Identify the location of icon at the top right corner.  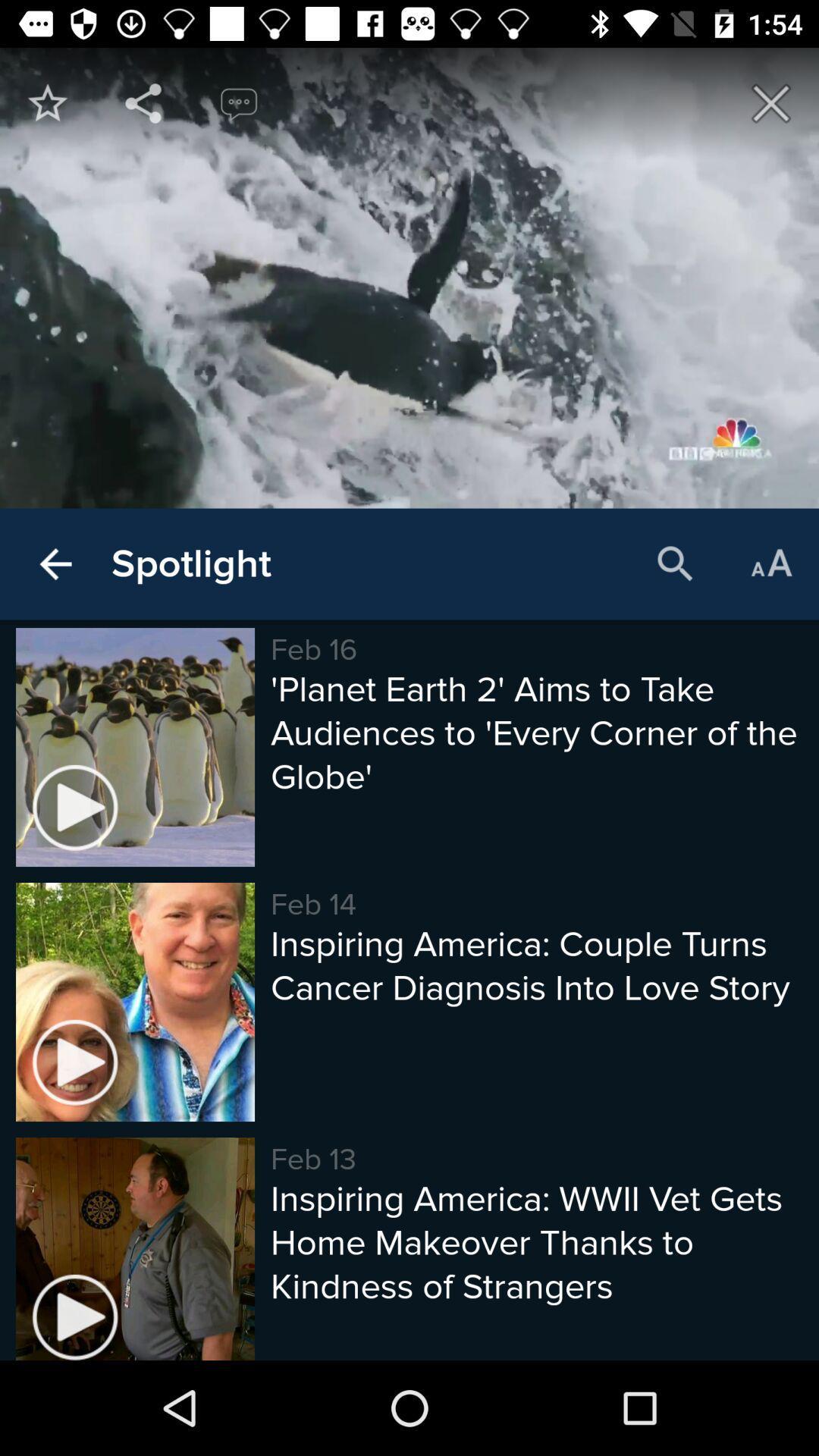
(771, 102).